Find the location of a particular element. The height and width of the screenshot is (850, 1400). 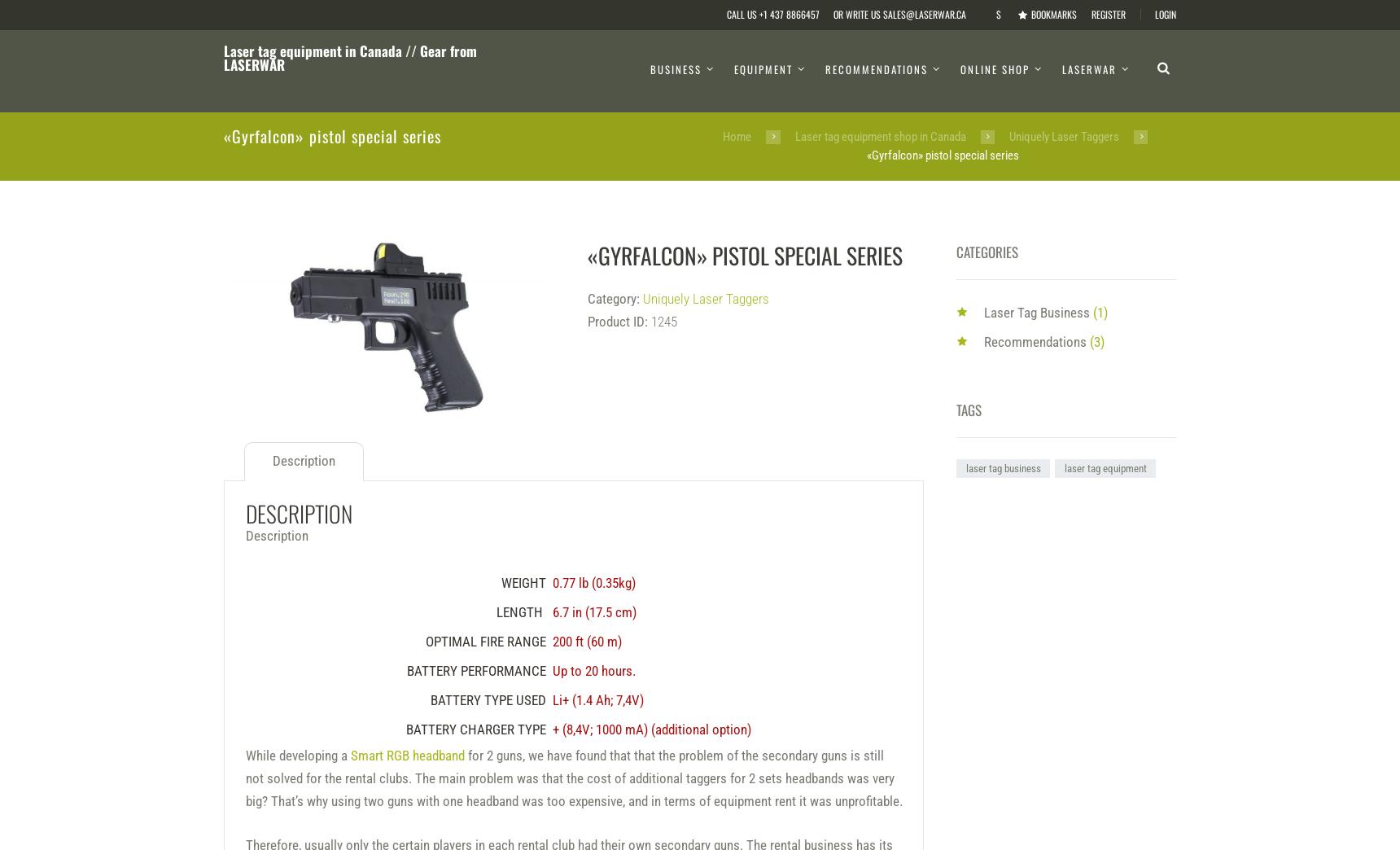

'Call us +1 437 8866457' is located at coordinates (772, 12).